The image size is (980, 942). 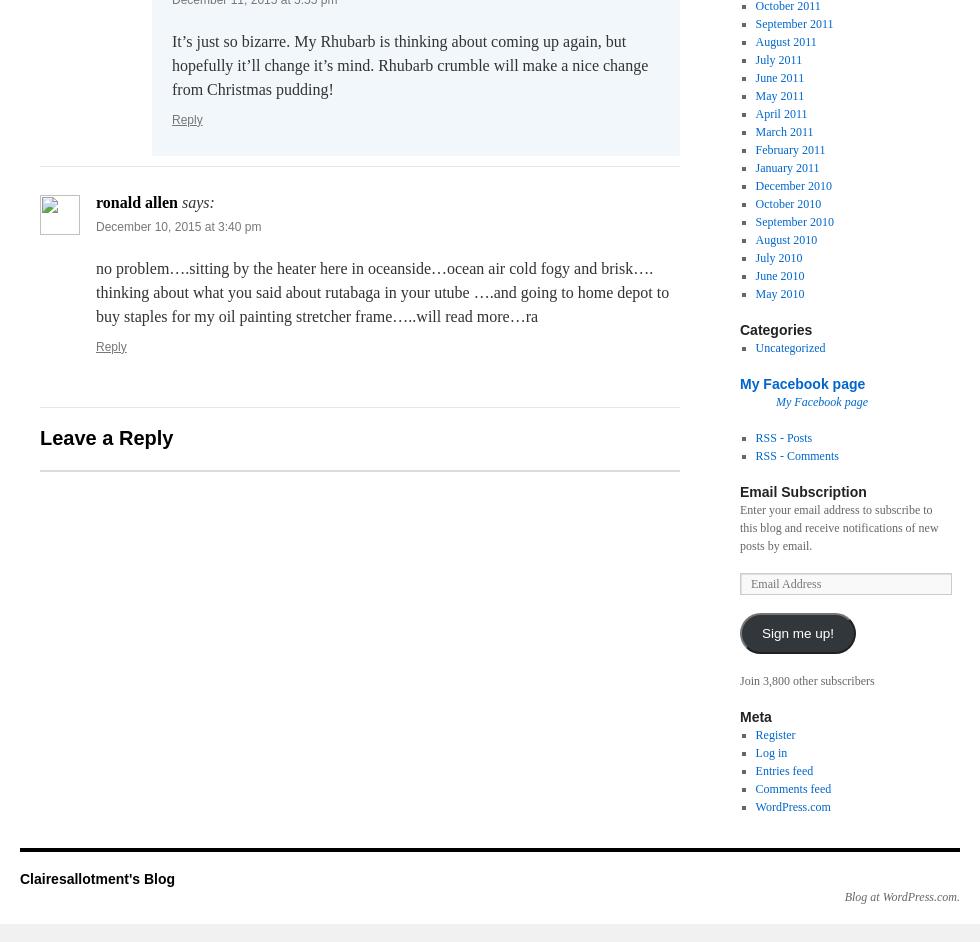 I want to click on 'May 2010', so click(x=779, y=293).